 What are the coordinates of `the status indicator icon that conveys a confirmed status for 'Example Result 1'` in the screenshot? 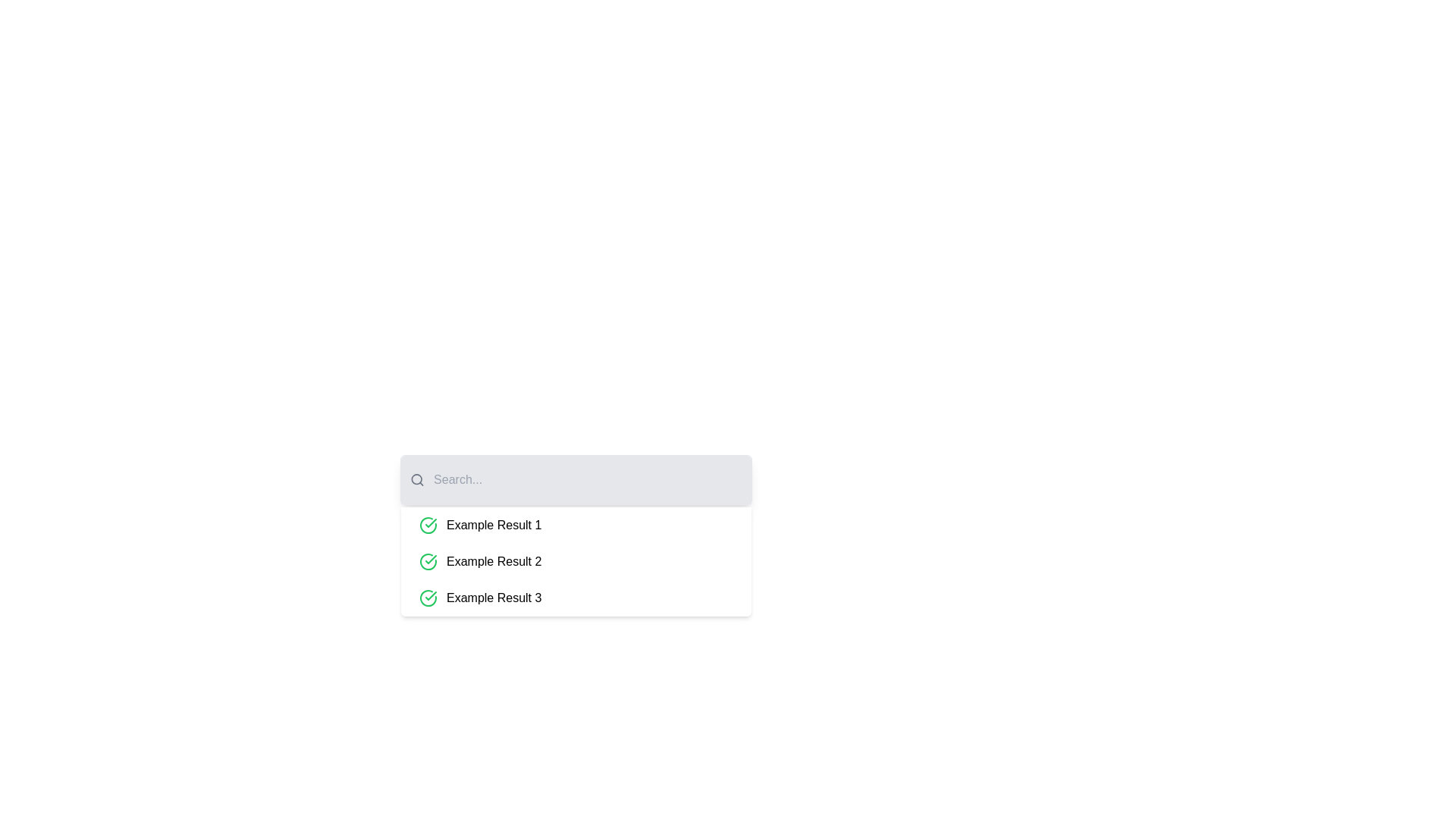 It's located at (428, 525).